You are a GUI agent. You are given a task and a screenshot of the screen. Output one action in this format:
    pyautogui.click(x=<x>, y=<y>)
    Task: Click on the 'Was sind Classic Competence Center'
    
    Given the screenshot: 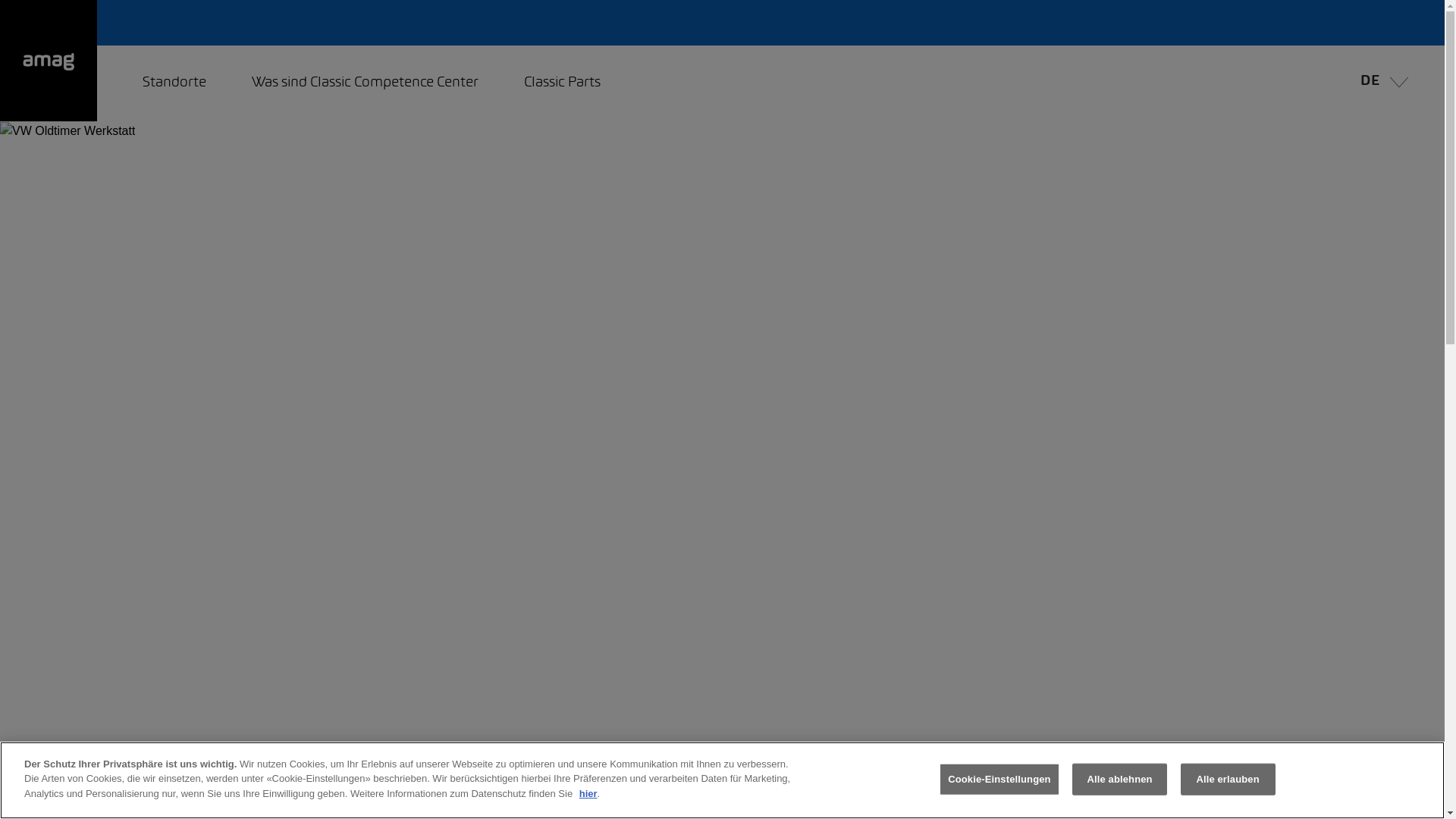 What is the action you would take?
    pyautogui.click(x=365, y=83)
    